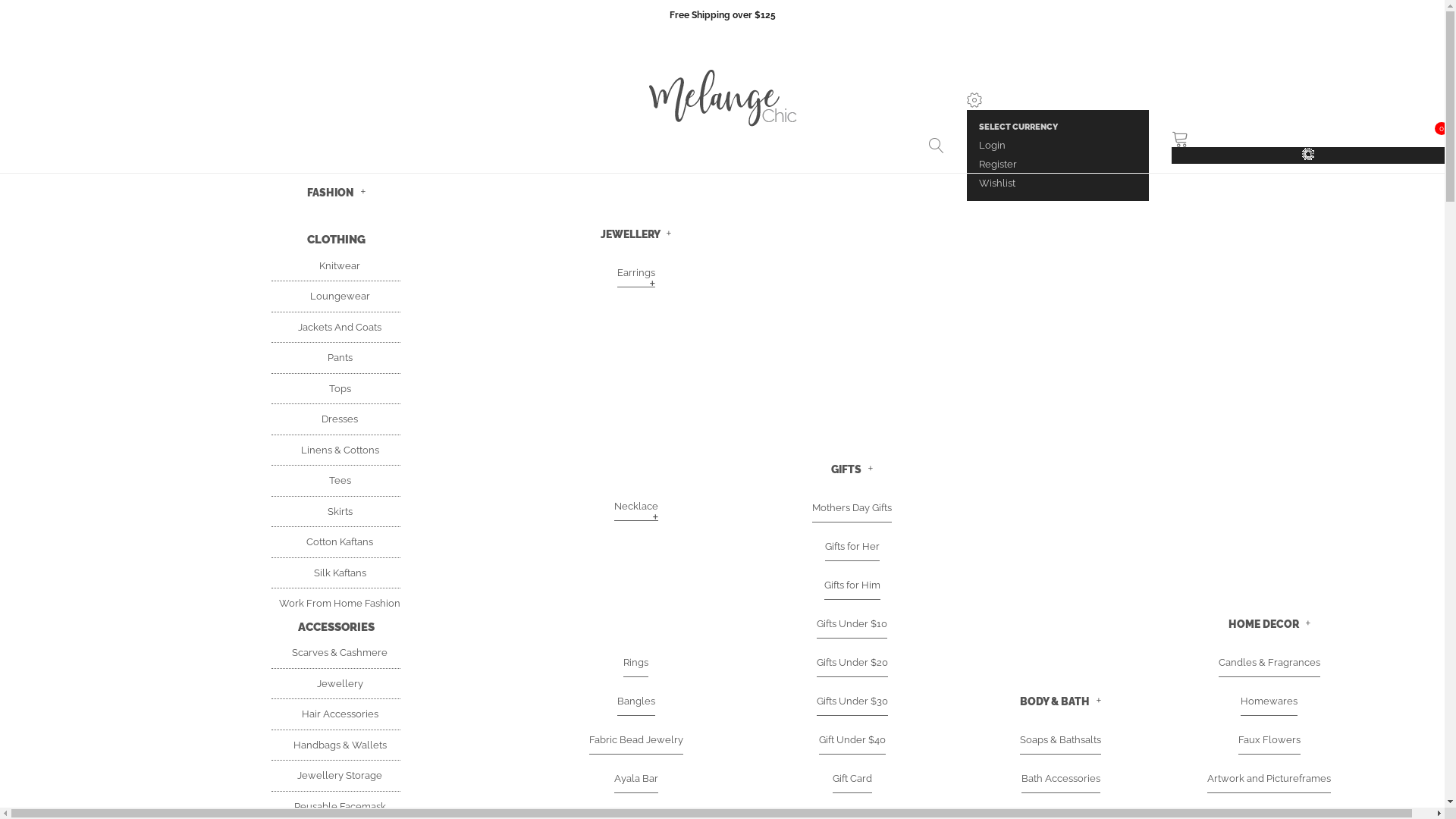 Image resolution: width=1456 pixels, height=819 pixels. What do you see at coordinates (334, 326) in the screenshot?
I see `'Jackets And Coats'` at bounding box center [334, 326].